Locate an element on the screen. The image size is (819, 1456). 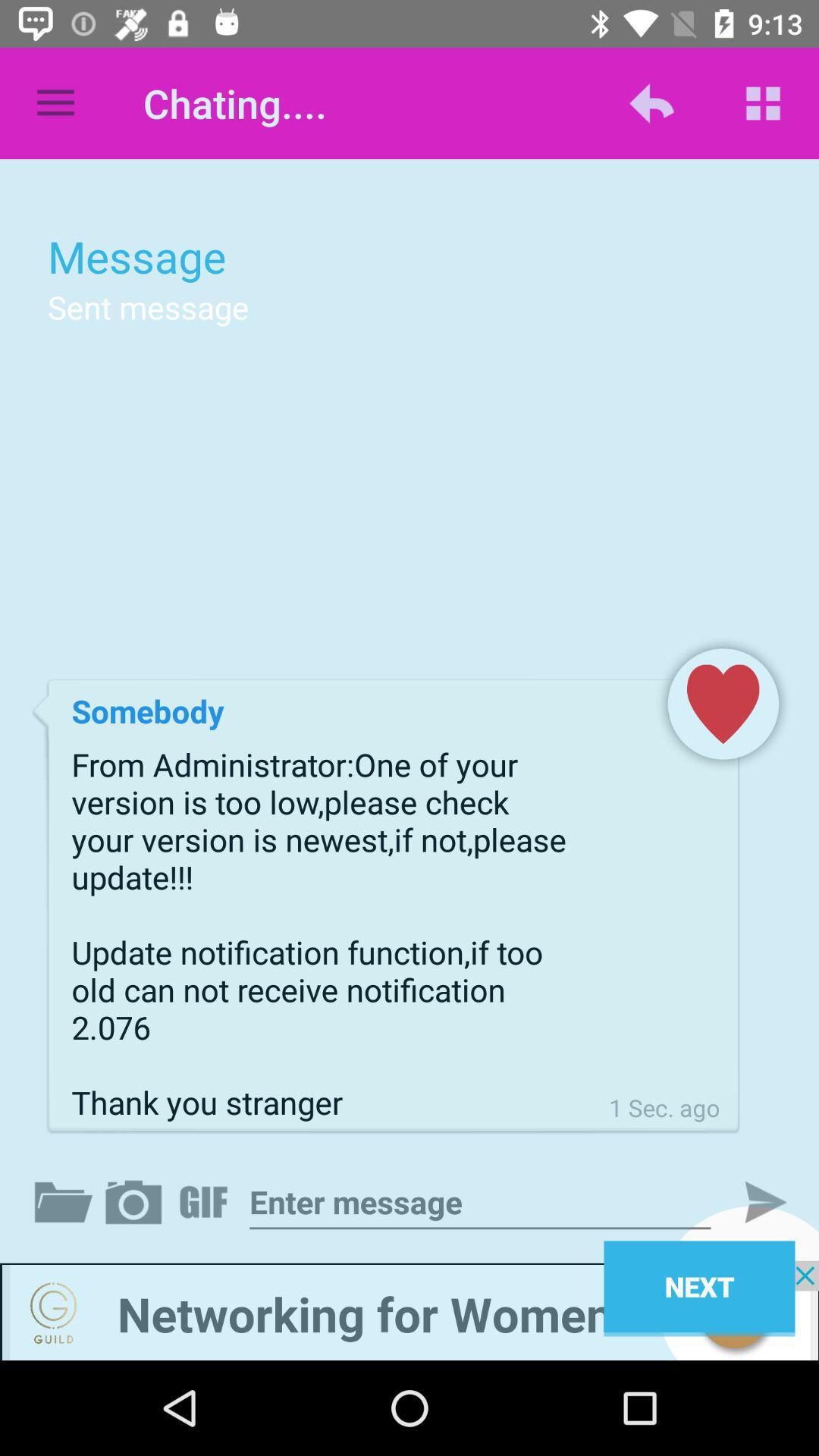
take a picture is located at coordinates (136, 1201).